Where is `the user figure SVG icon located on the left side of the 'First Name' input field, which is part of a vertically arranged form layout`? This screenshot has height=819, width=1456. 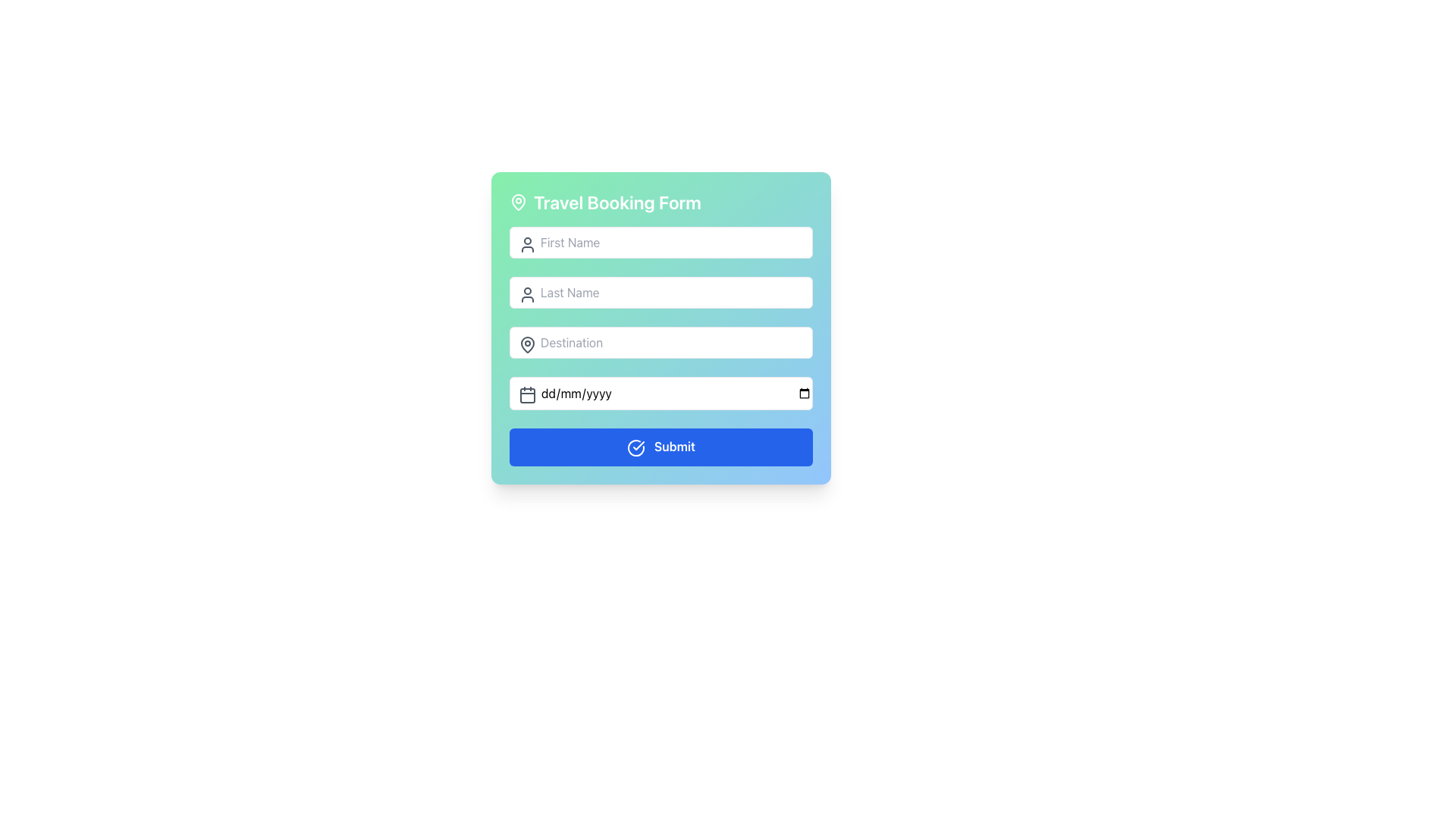
the user figure SVG icon located on the left side of the 'First Name' input field, which is part of a vertically arranged form layout is located at coordinates (528, 244).